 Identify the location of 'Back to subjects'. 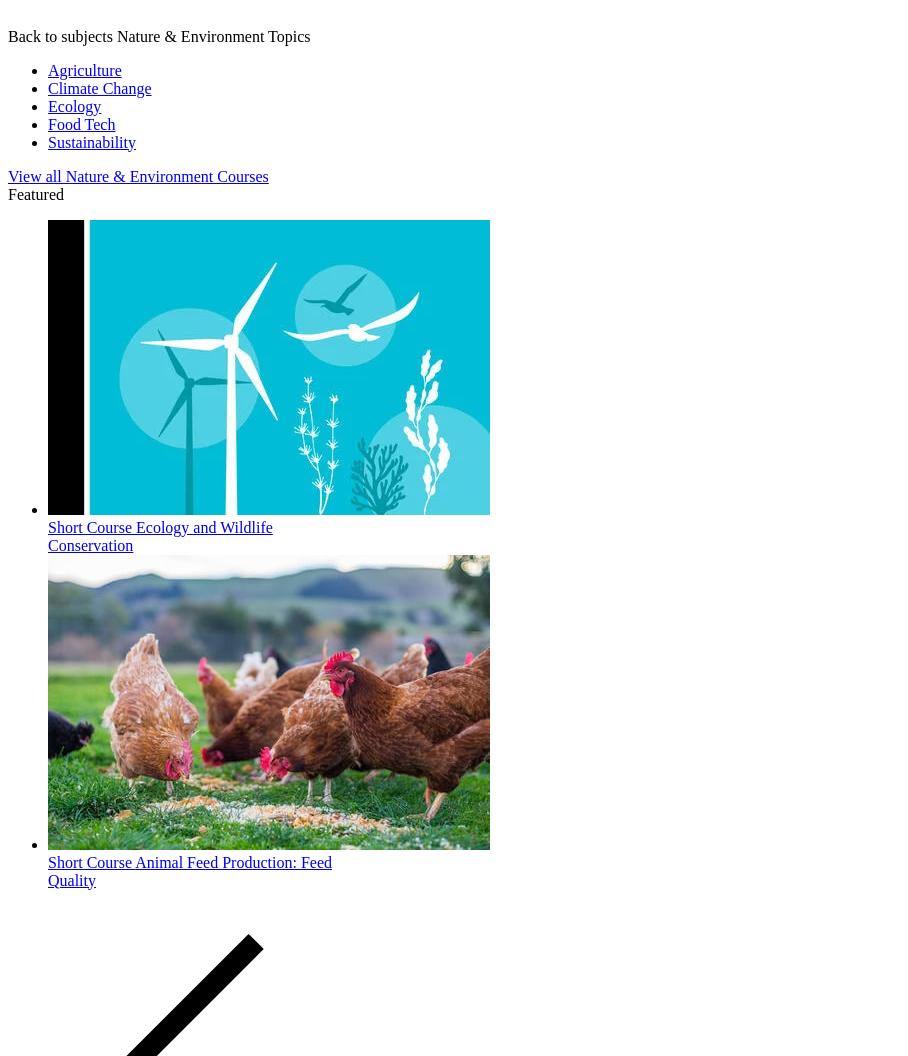
(60, 35).